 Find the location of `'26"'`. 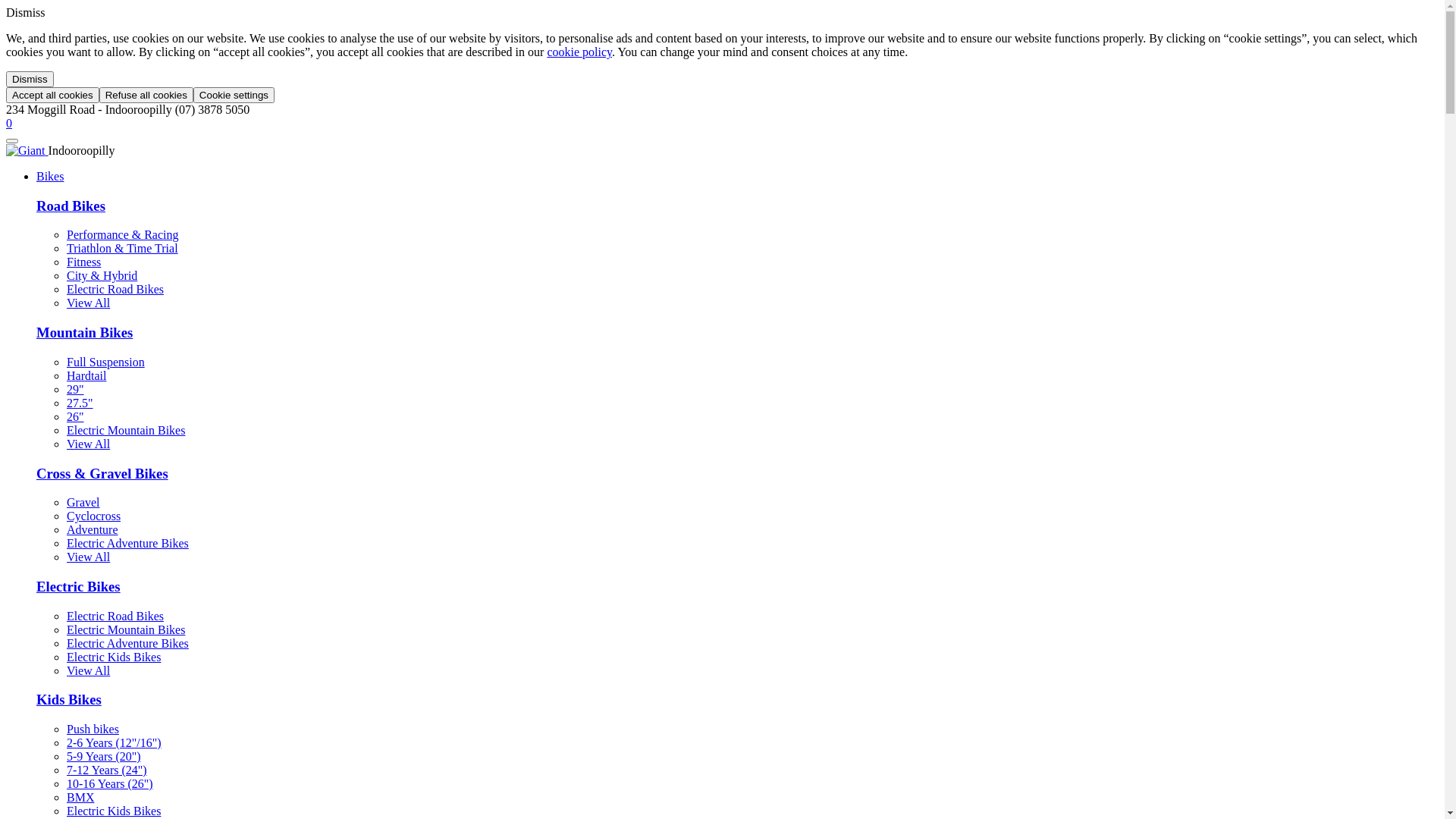

'26"' is located at coordinates (74, 416).